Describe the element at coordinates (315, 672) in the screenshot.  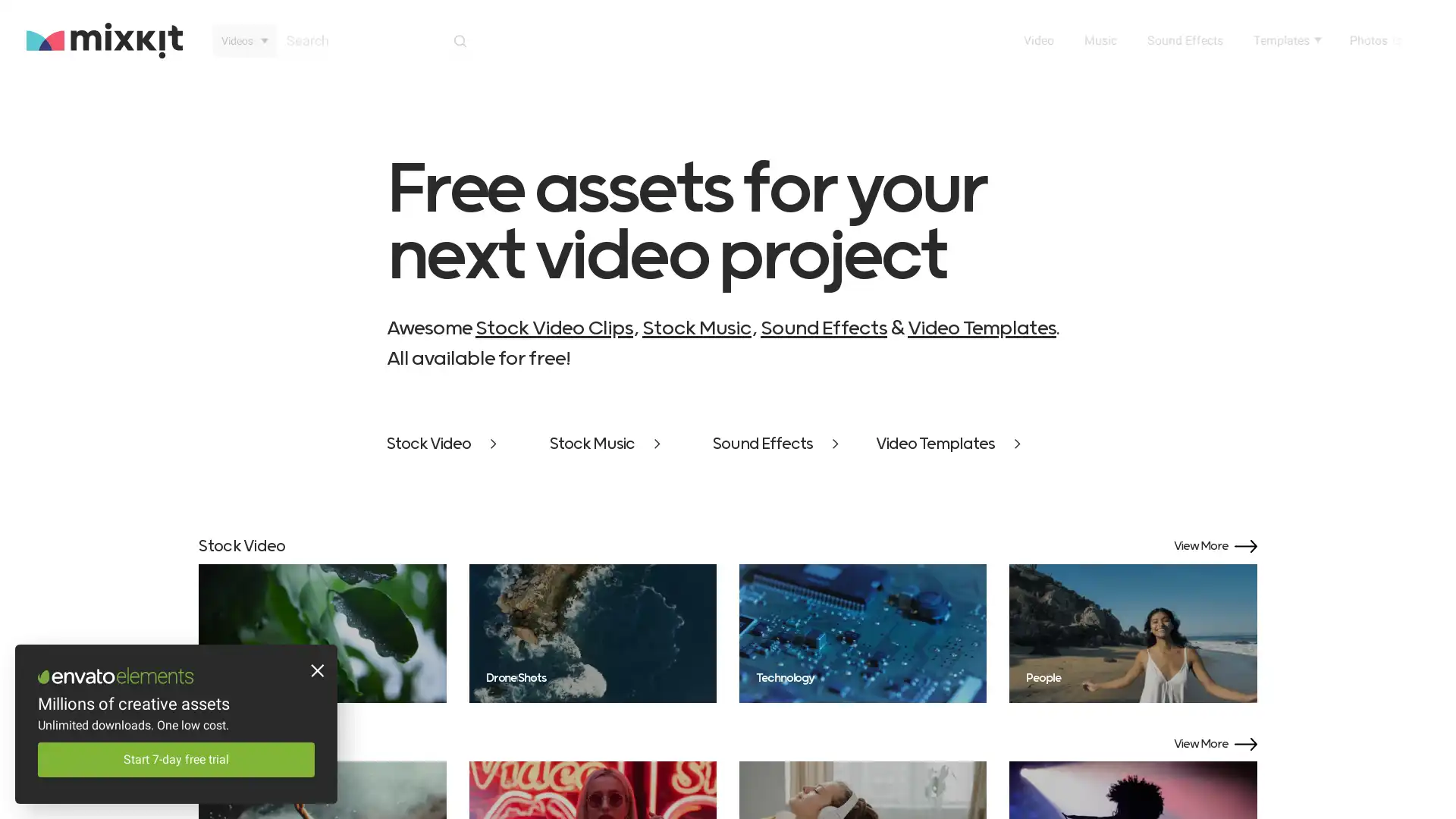
I see `Close` at that location.